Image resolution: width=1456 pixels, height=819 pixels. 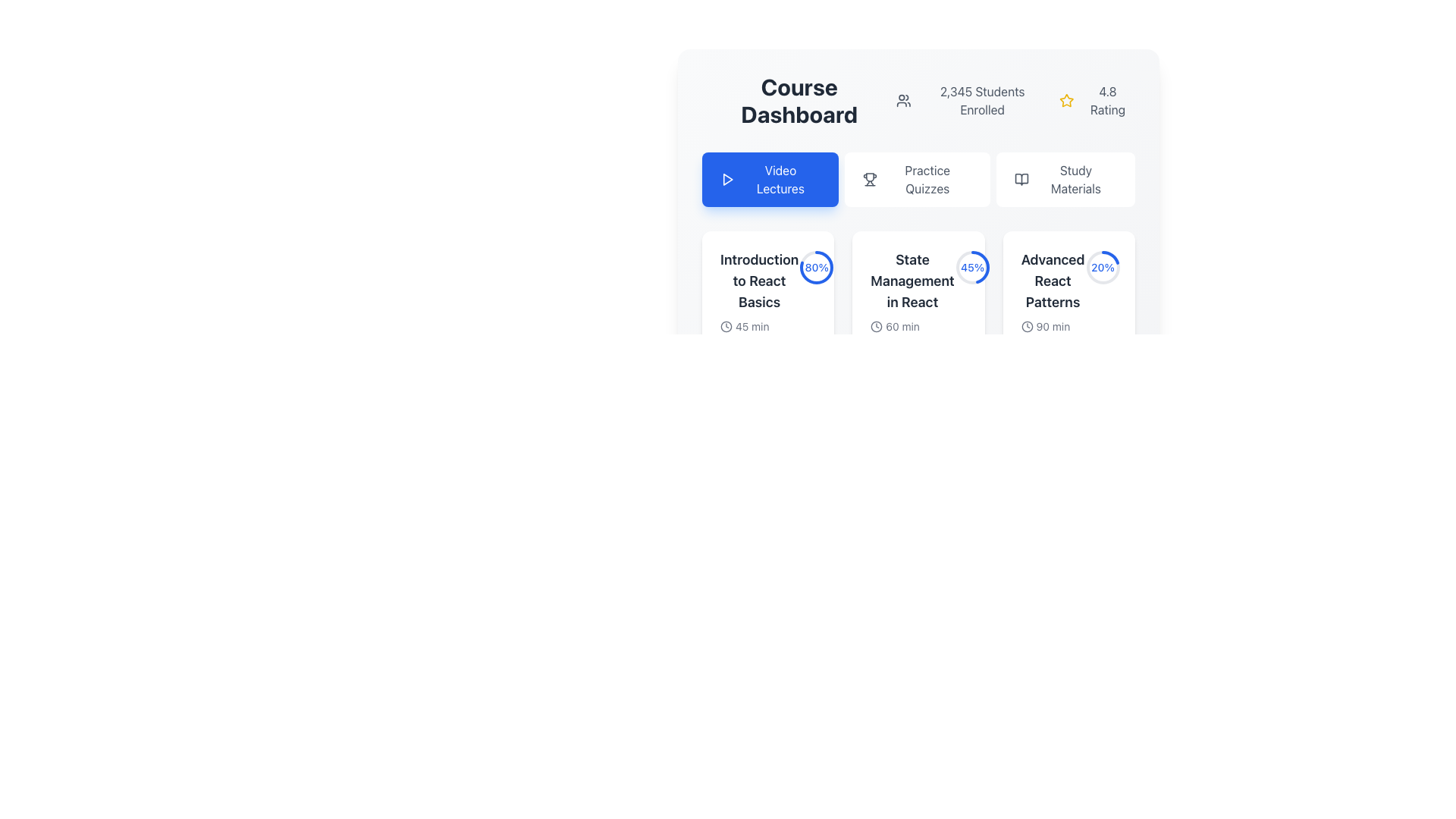 I want to click on the informational text label indicating the count of enrolled students for a course, located in the header section before the rating display, so click(x=982, y=100).